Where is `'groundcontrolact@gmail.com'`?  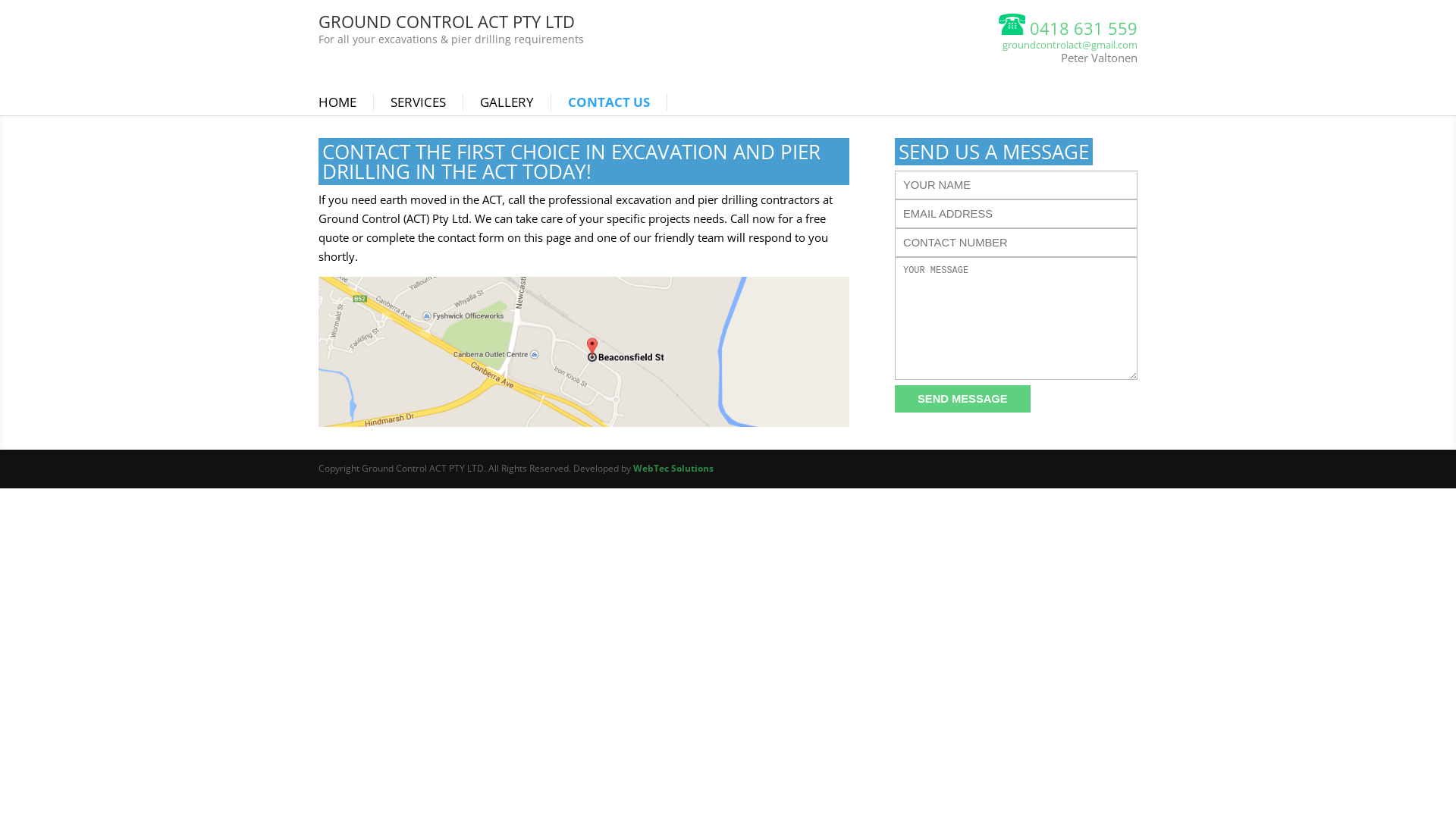 'groundcontrolact@gmail.com' is located at coordinates (1069, 43).